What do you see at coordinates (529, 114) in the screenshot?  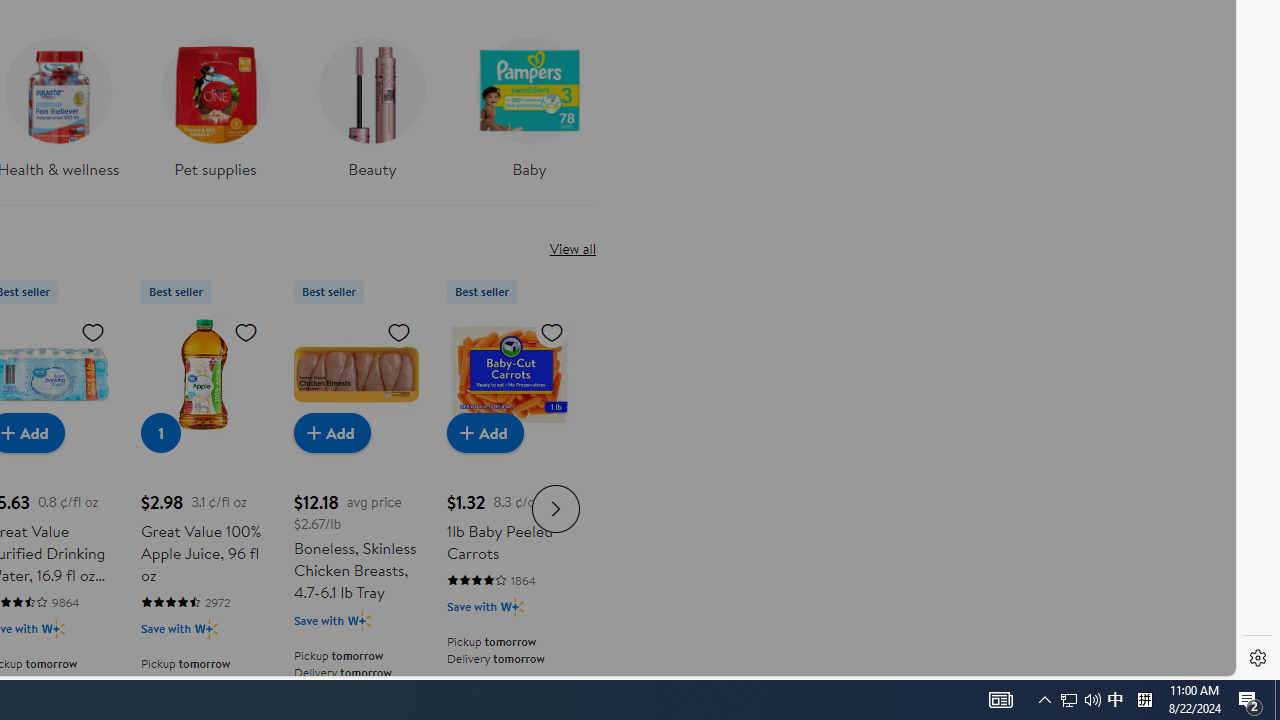 I see `'Baby'` at bounding box center [529, 114].